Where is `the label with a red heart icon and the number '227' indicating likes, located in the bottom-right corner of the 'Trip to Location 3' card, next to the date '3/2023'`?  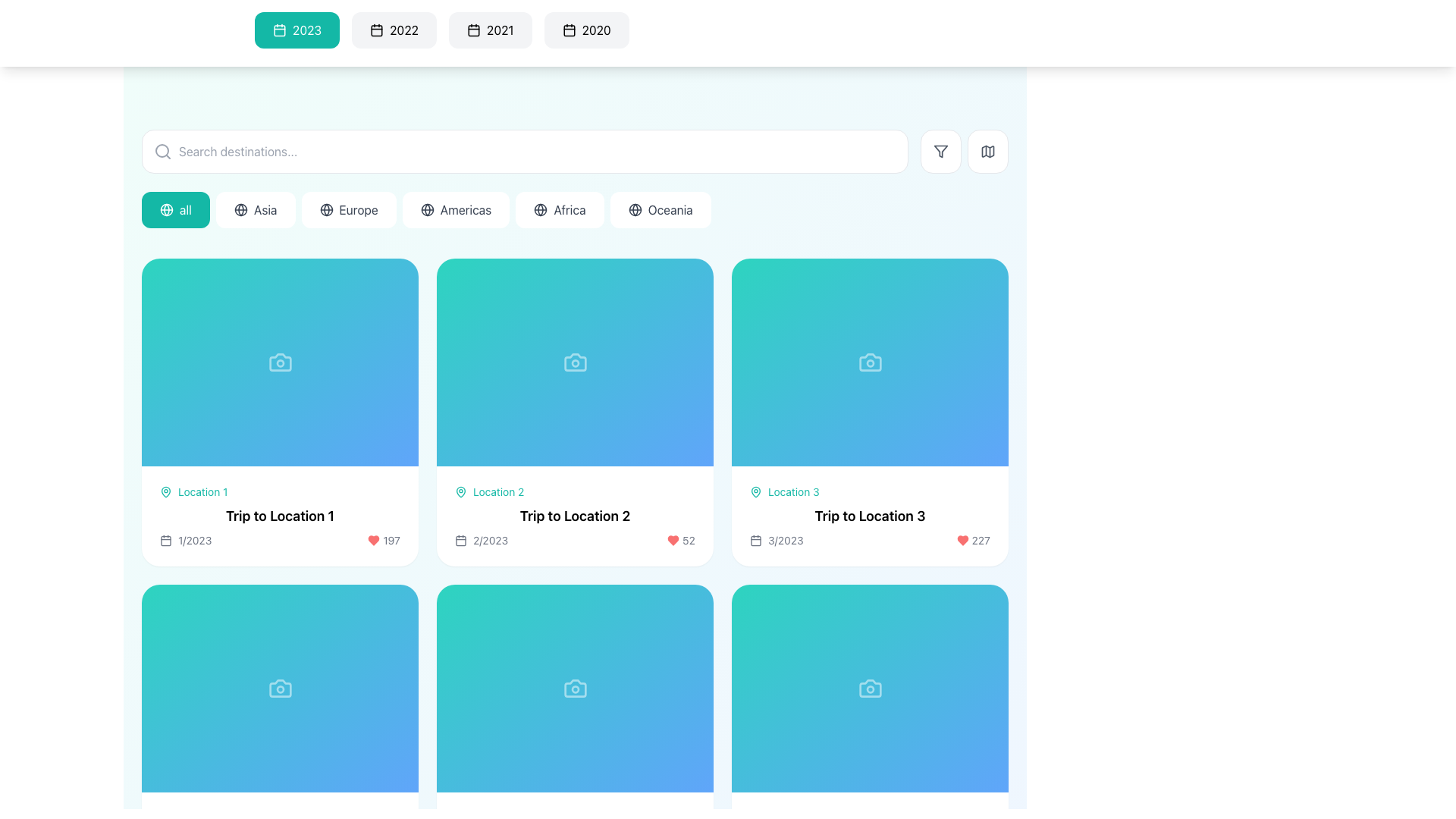 the label with a red heart icon and the number '227' indicating likes, located in the bottom-right corner of the 'Trip to Location 3' card, next to the date '3/2023' is located at coordinates (973, 539).